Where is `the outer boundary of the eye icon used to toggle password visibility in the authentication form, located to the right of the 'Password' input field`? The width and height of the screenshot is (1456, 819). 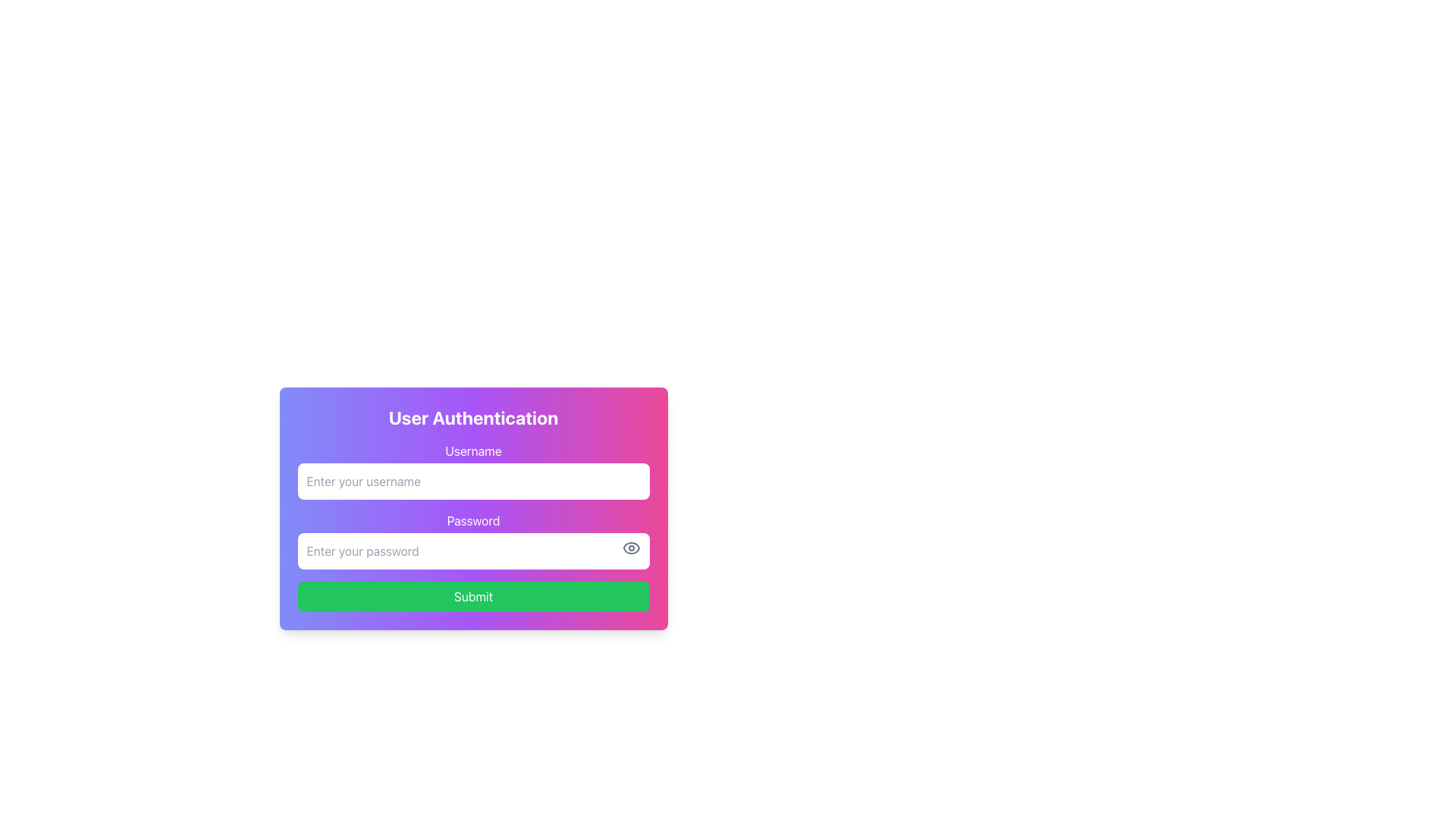 the outer boundary of the eye icon used to toggle password visibility in the authentication form, located to the right of the 'Password' input field is located at coordinates (631, 548).